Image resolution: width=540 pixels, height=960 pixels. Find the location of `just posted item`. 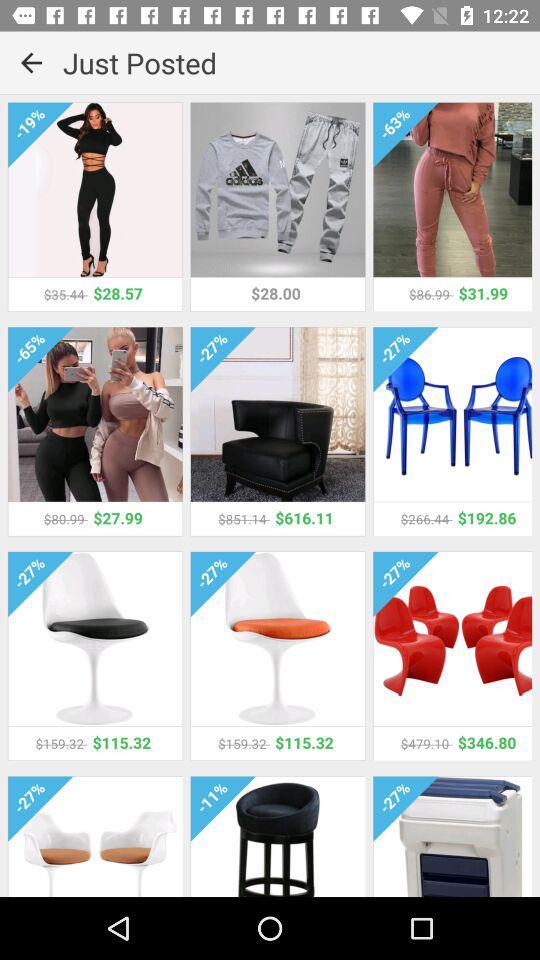

just posted item is located at coordinates (300, 62).